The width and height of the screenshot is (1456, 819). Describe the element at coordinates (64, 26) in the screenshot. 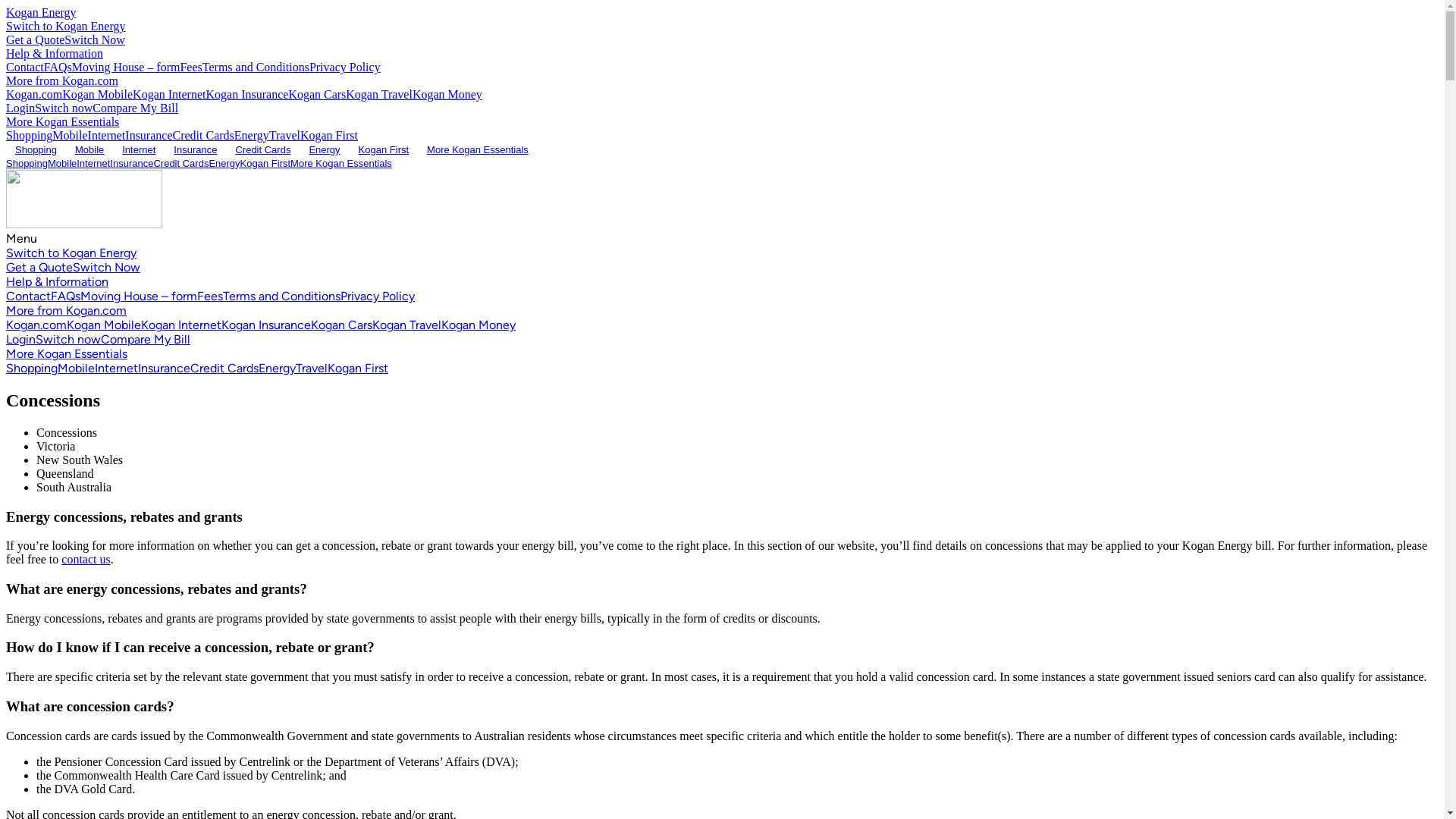

I see `'Switch to Kogan Energy'` at that location.